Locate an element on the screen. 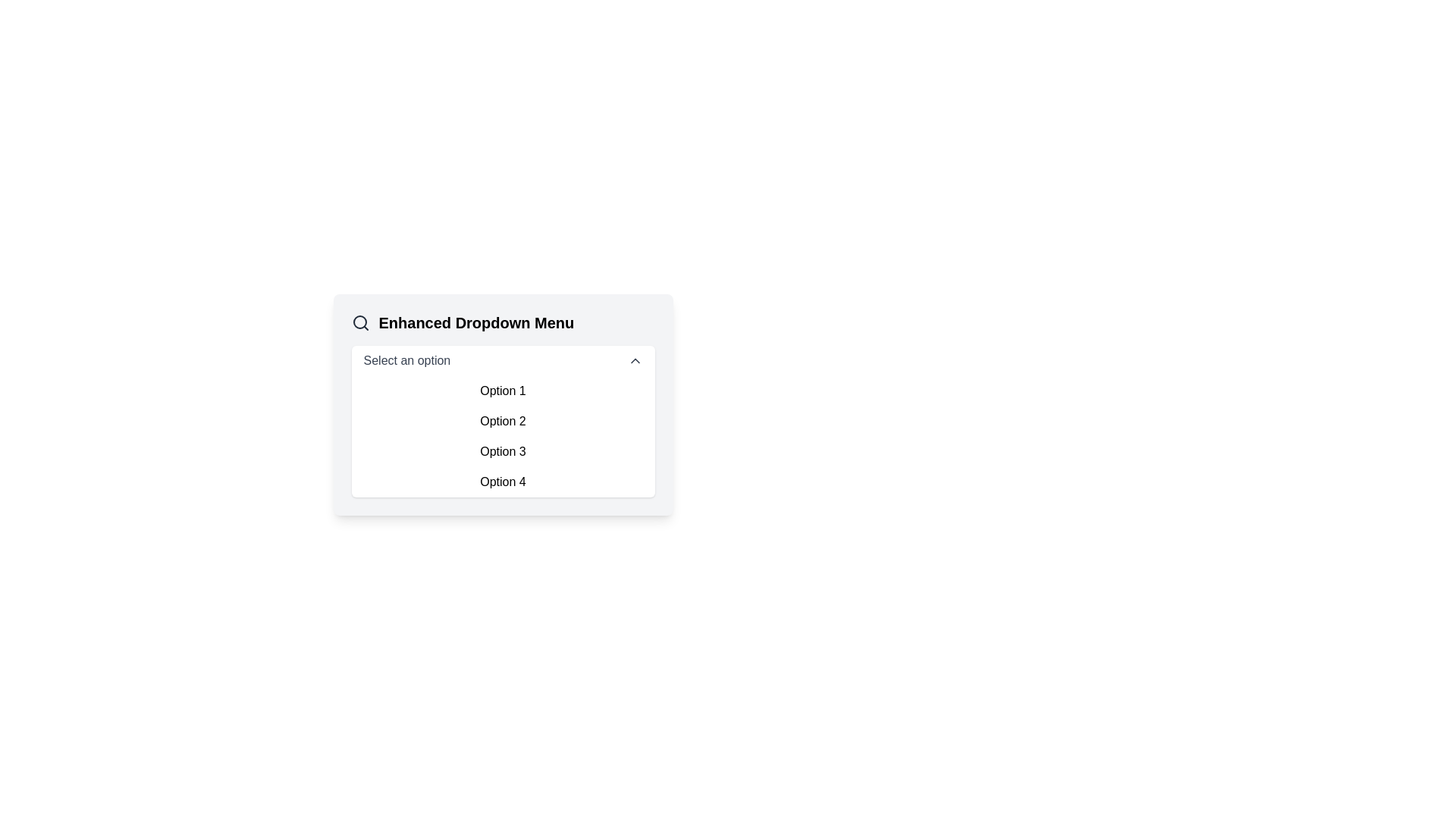 The height and width of the screenshot is (819, 1456). outside the 'Enhanced Dropdown Menu' dropdown is located at coordinates (503, 403).